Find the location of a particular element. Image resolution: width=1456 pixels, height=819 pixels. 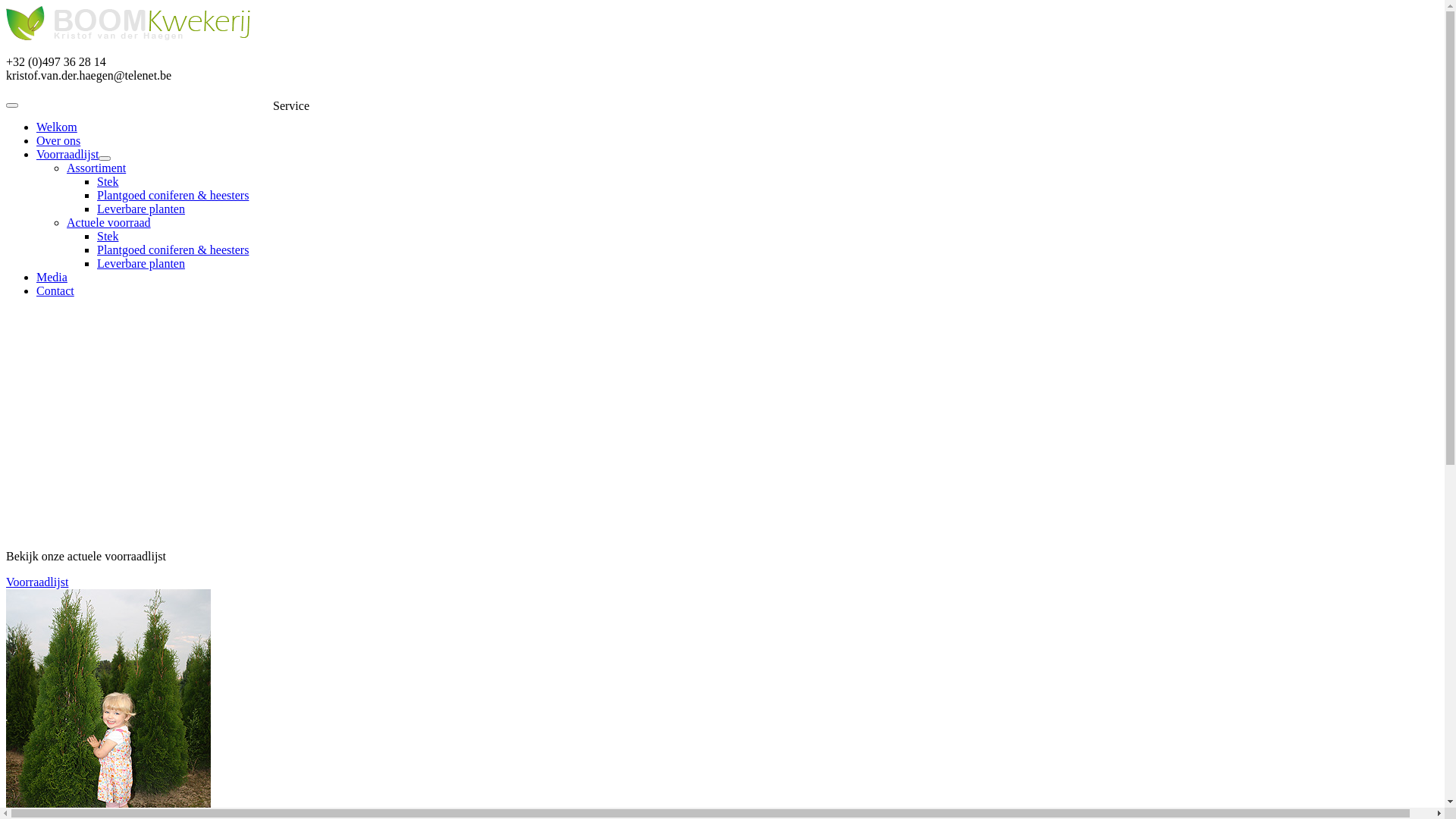

'Media' is located at coordinates (52, 277).